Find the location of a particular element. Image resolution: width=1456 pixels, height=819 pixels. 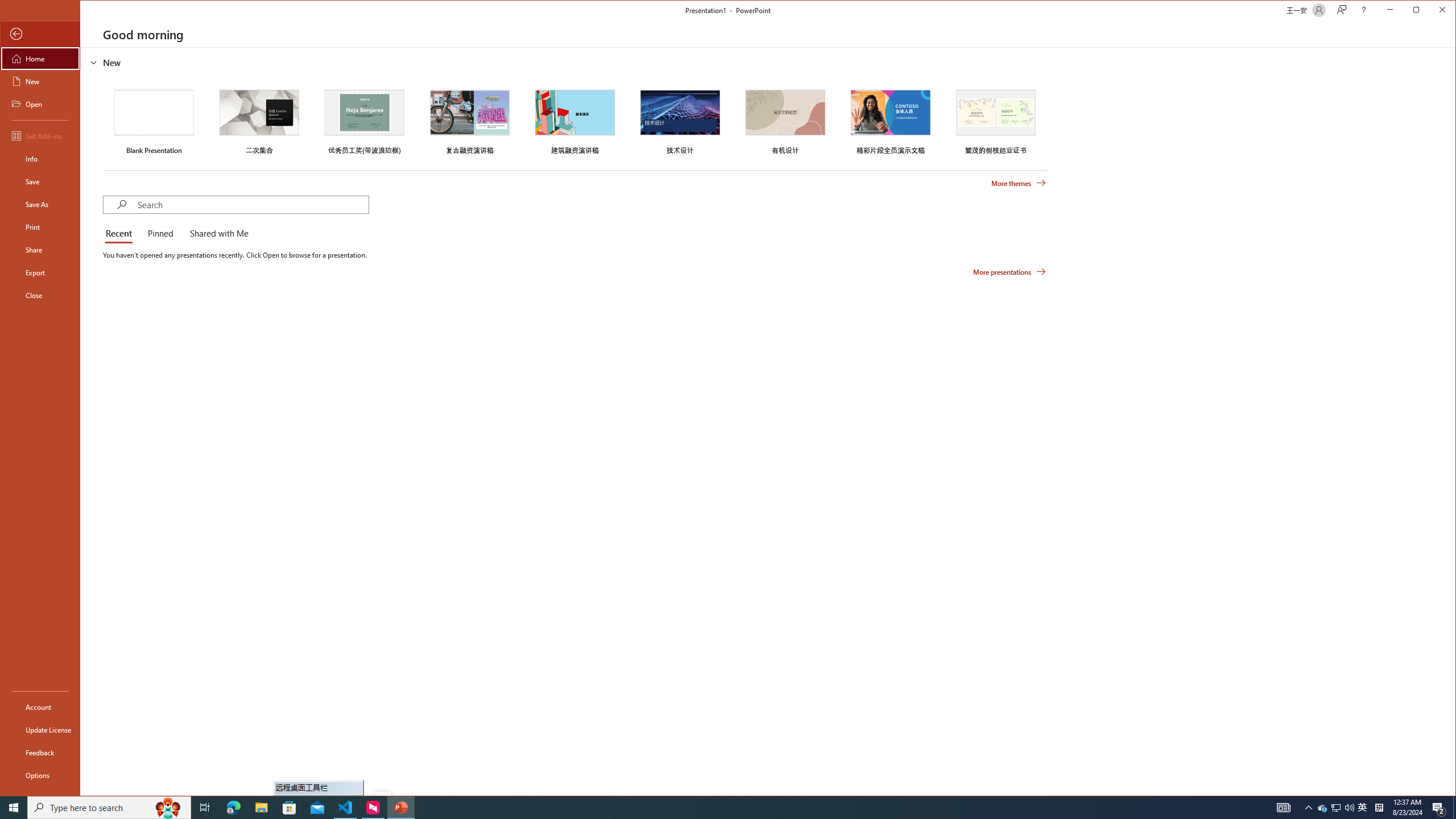

'Options' is located at coordinates (39, 775).